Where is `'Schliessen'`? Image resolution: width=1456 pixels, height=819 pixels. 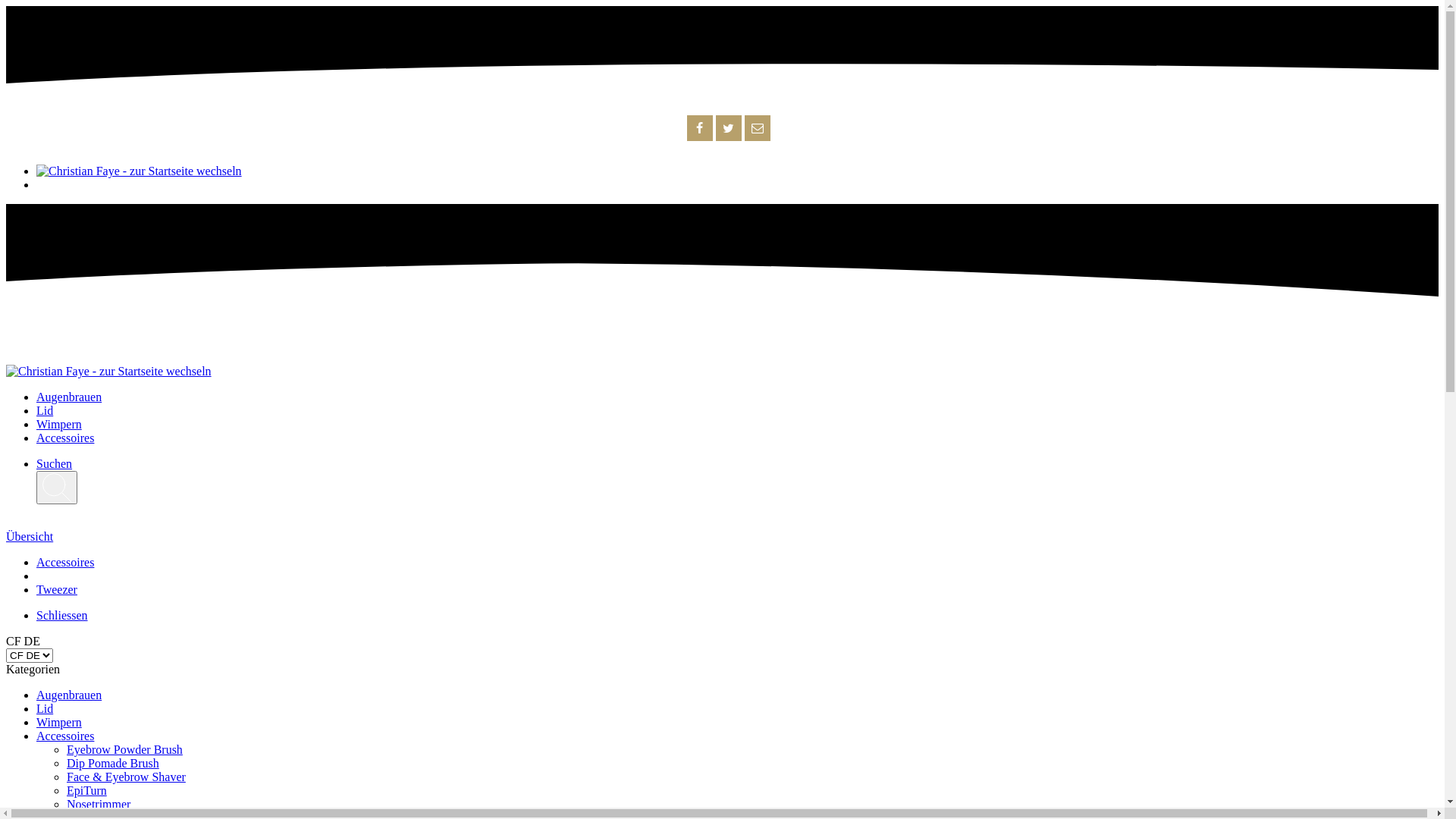 'Schliessen' is located at coordinates (36, 615).